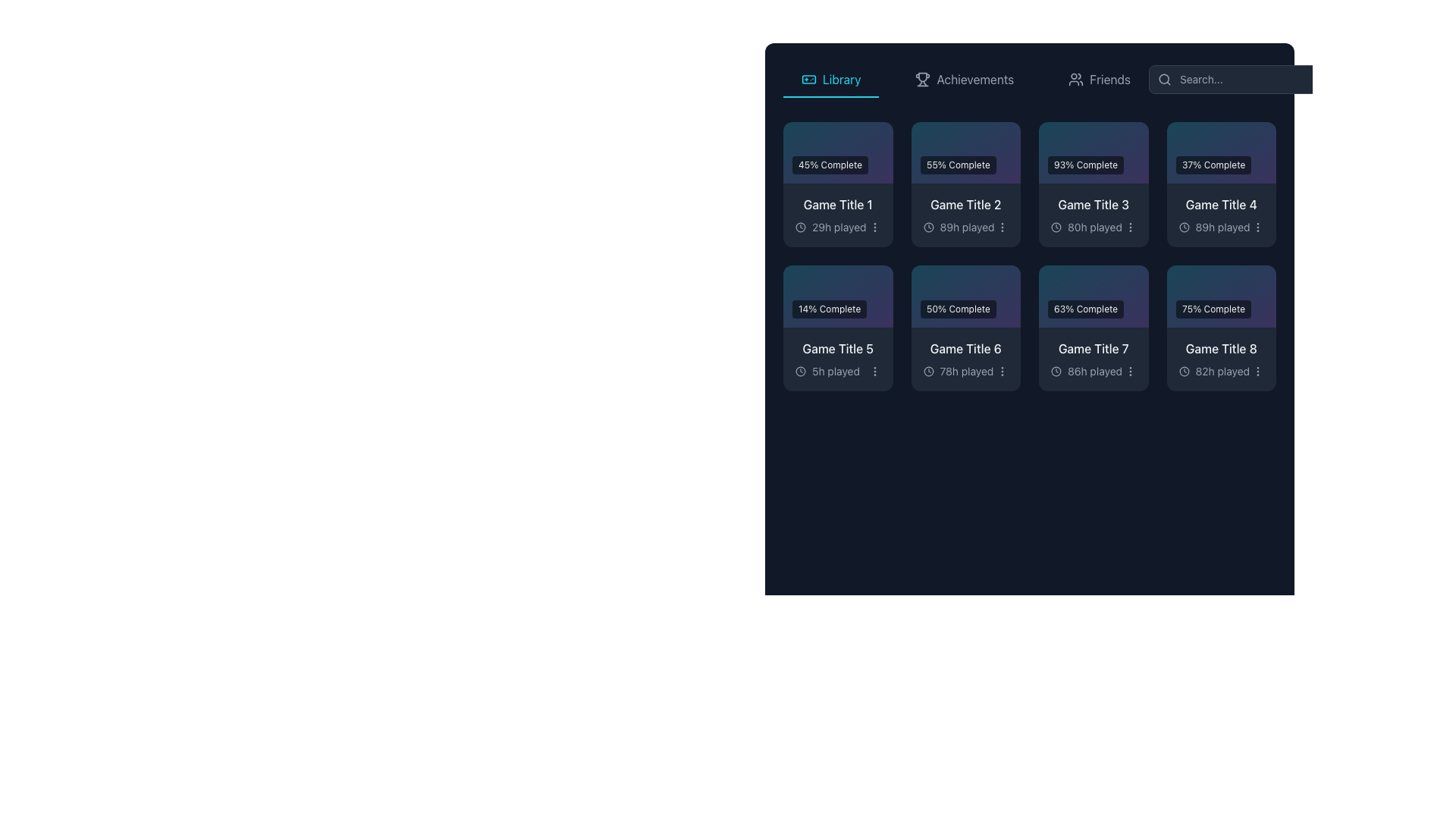 Image resolution: width=1456 pixels, height=819 pixels. Describe the element at coordinates (1055, 227) in the screenshot. I see `the small circular clock icon located to the left of the '80h played' label within the 'Game Title 3' card` at that location.